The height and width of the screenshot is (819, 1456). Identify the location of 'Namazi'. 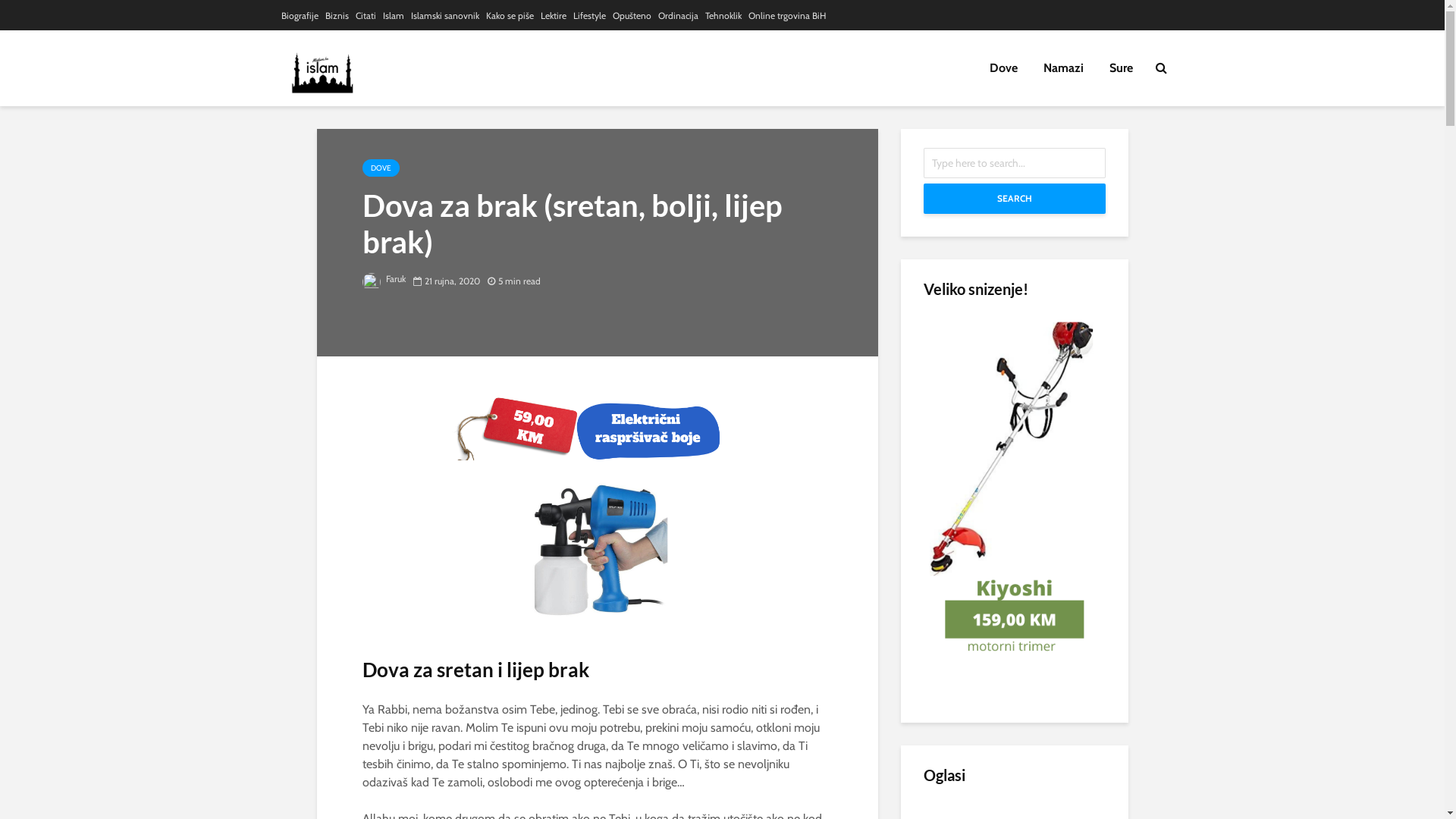
(1062, 67).